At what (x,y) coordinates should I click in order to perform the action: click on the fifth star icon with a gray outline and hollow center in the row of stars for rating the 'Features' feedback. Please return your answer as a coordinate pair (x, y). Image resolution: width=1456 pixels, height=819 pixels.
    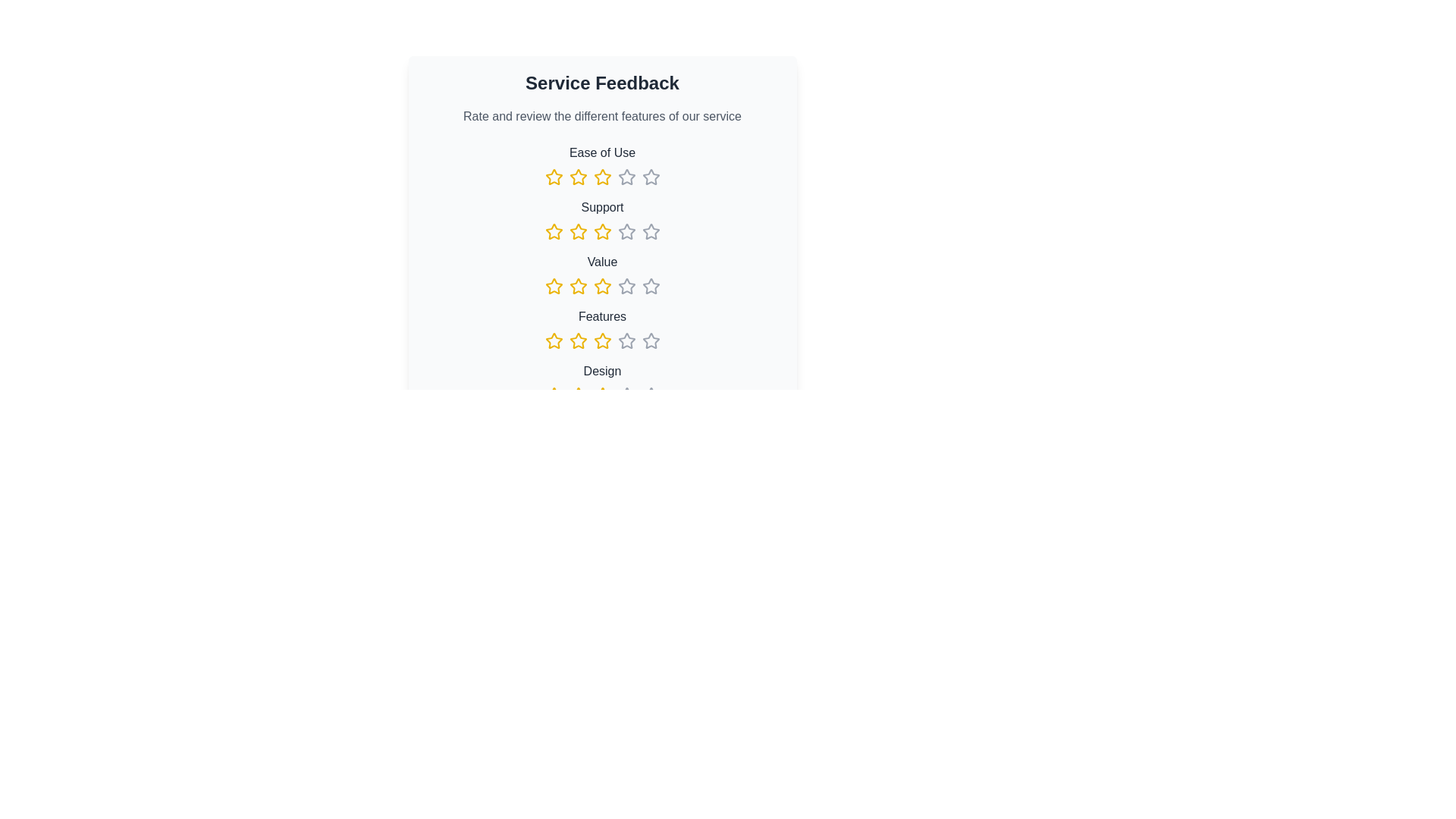
    Looking at the image, I should click on (651, 341).